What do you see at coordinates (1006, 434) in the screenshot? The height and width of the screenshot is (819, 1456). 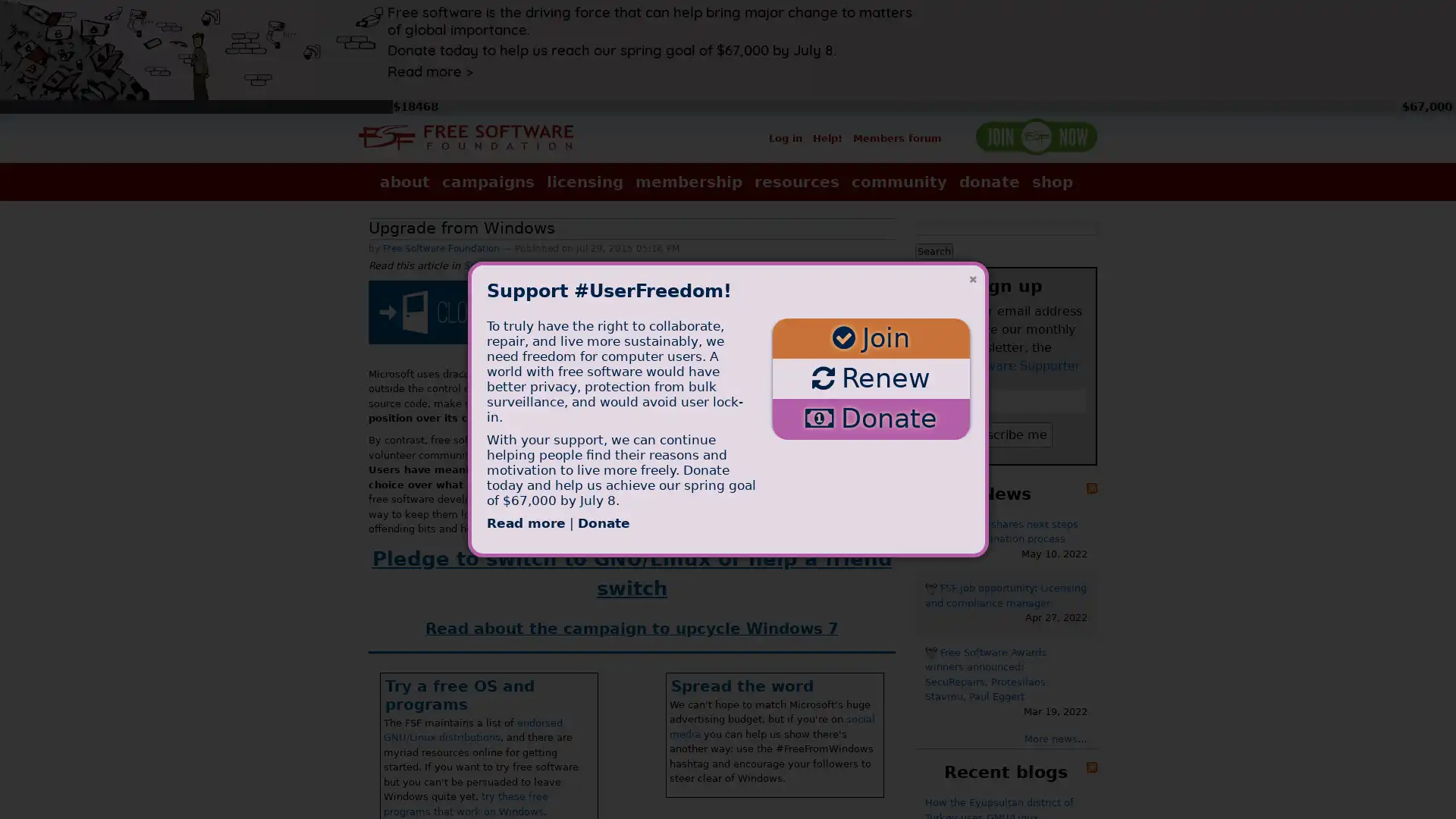 I see `Subscribe me` at bounding box center [1006, 434].